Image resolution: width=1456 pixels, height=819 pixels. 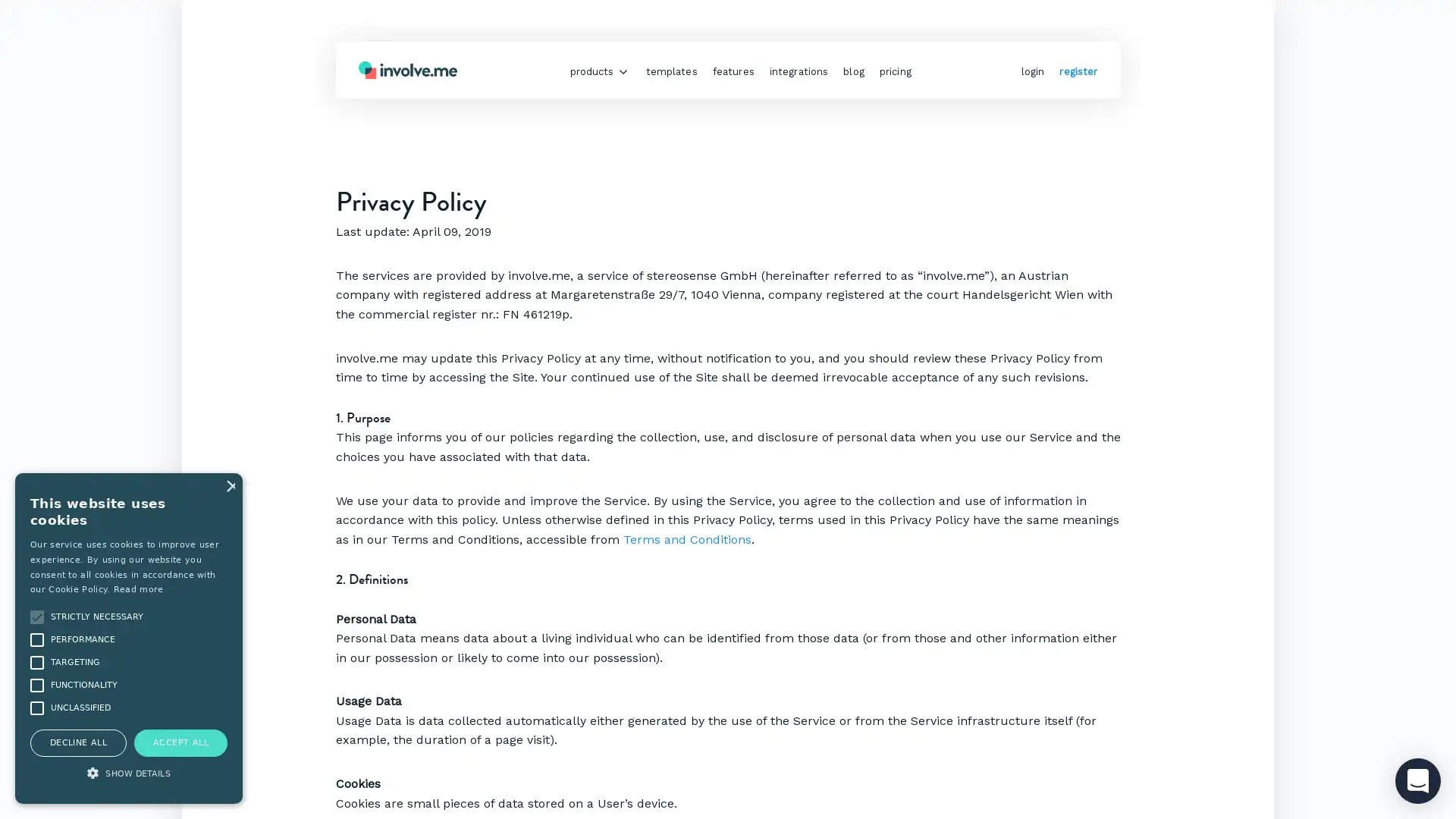 What do you see at coordinates (180, 742) in the screenshot?
I see `ACCEPT ALL` at bounding box center [180, 742].